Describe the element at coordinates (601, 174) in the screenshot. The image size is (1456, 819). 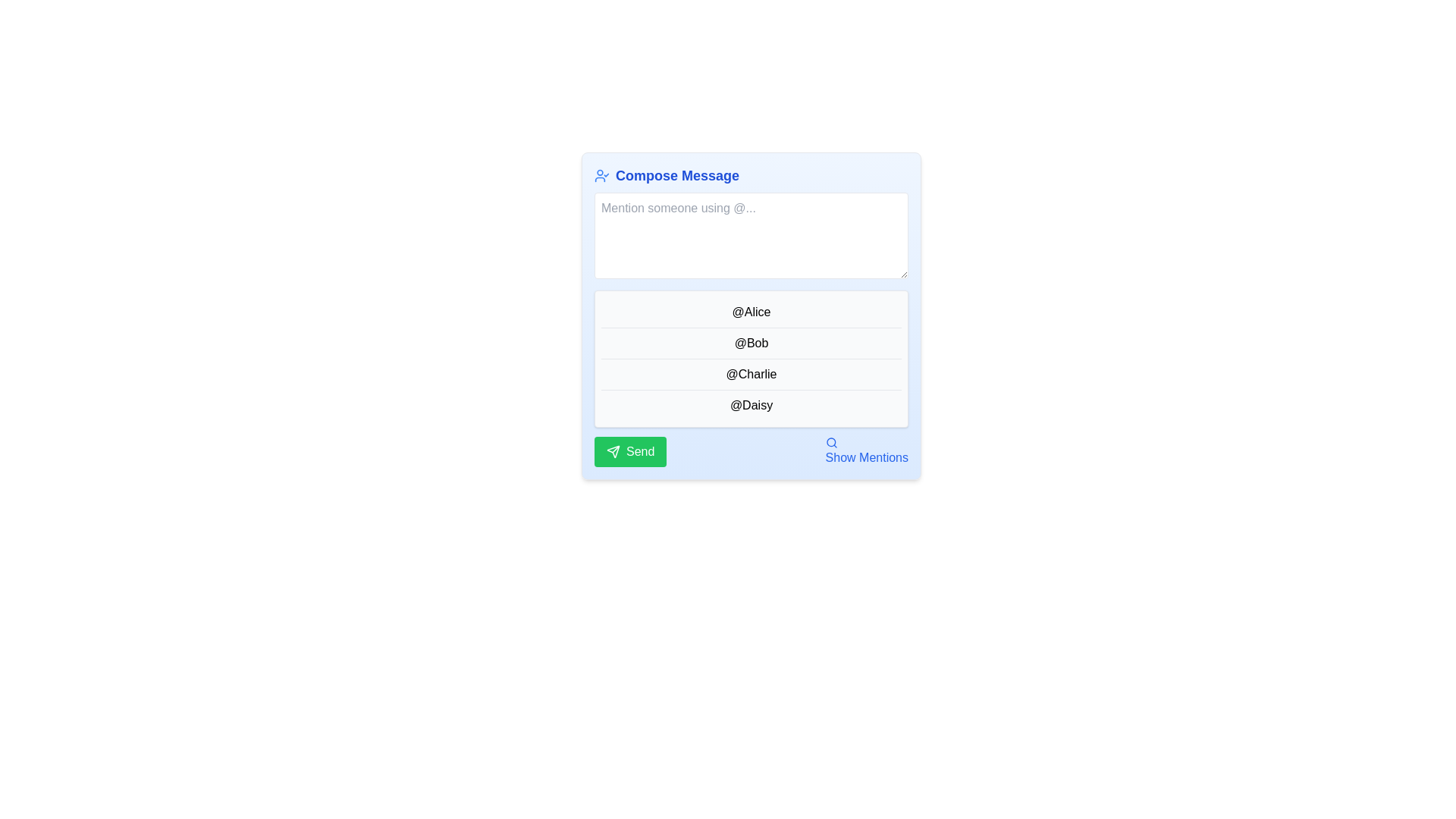
I see `the decorative icon representing a user with a check mark, styled with blue strokes, located` at that location.